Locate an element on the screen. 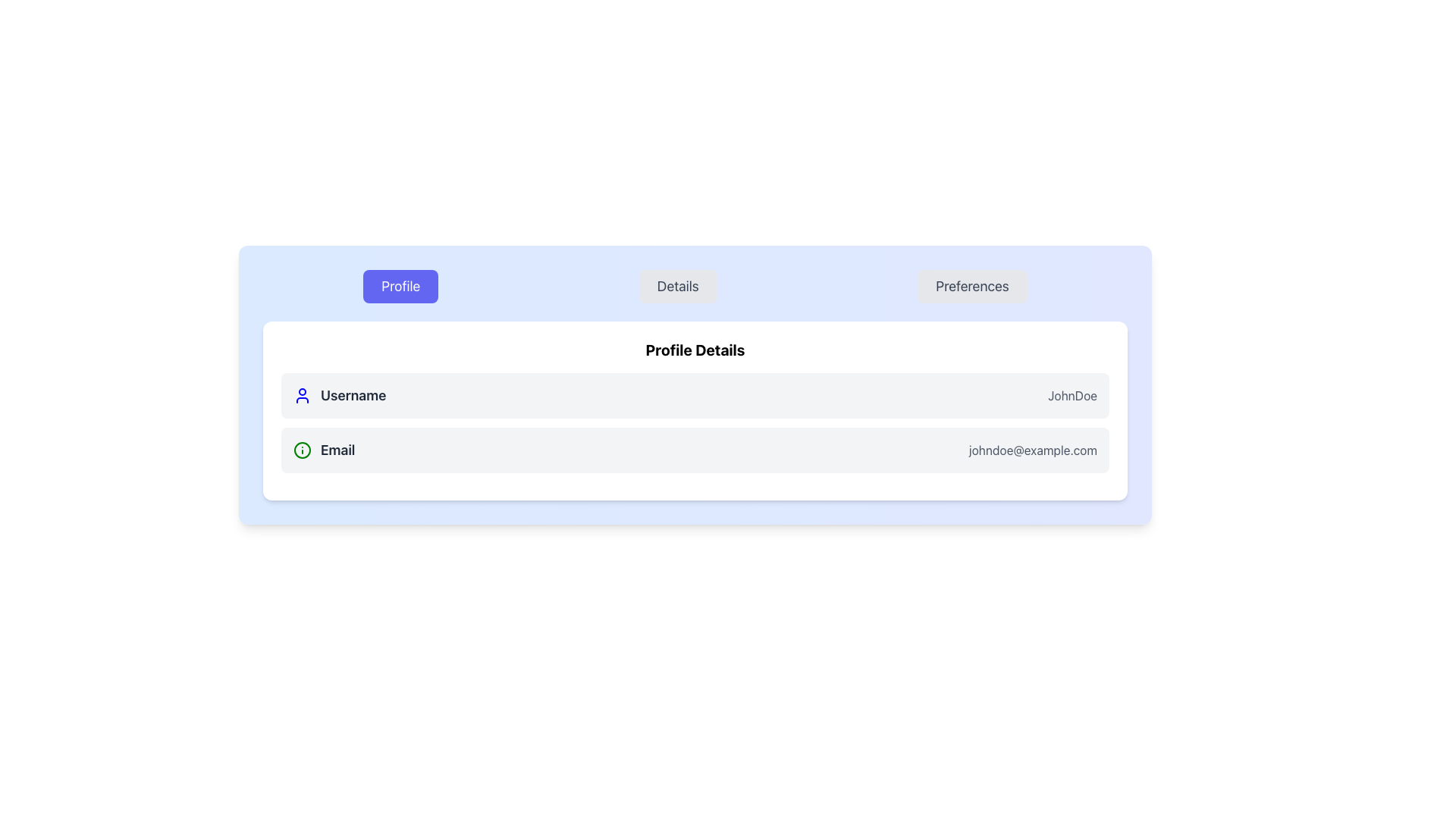 The image size is (1456, 819). the 'Details' button, which is the second button in a horizontal layout of three buttons is located at coordinates (676, 287).